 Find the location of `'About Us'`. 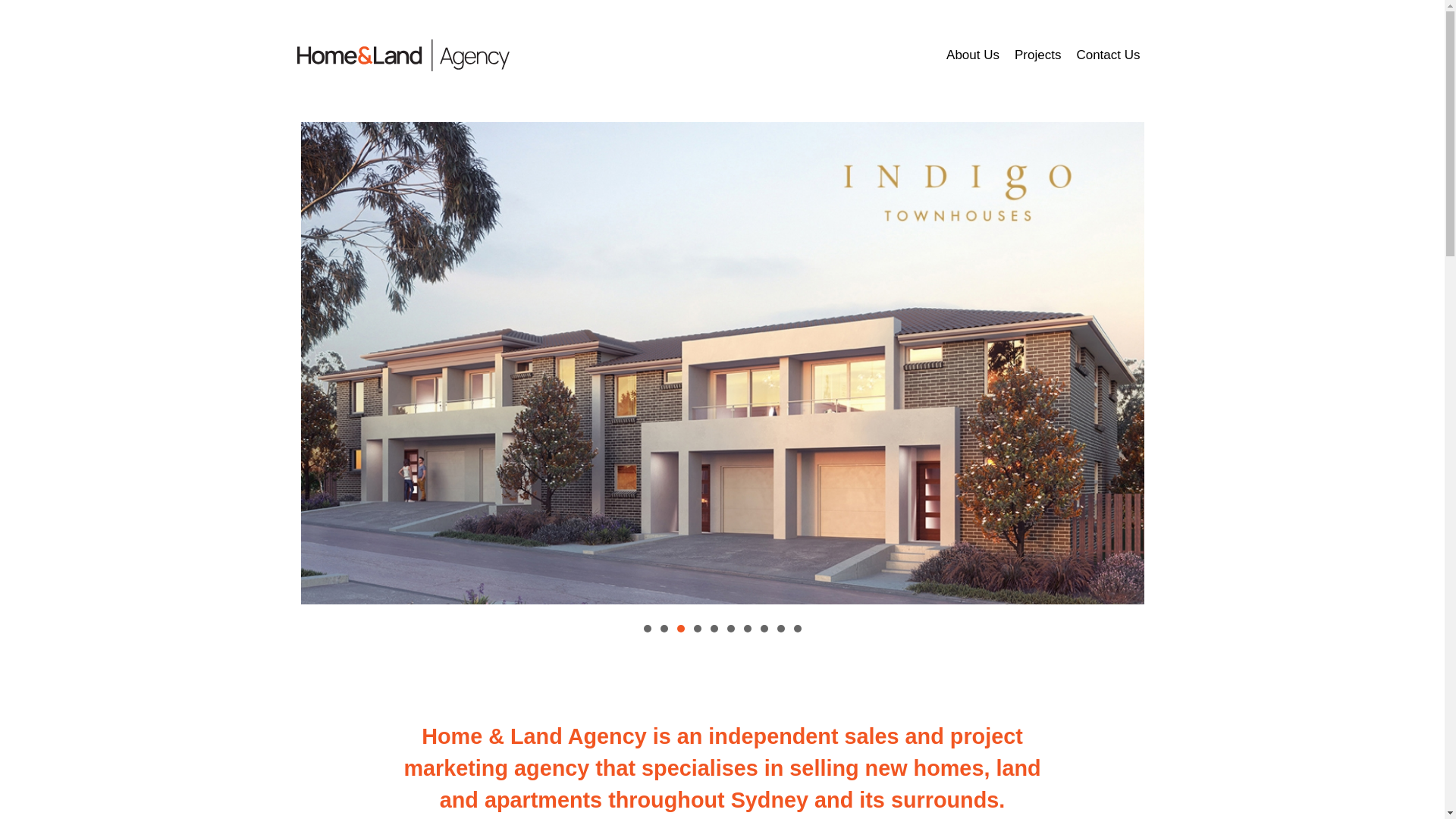

'About Us' is located at coordinates (972, 55).